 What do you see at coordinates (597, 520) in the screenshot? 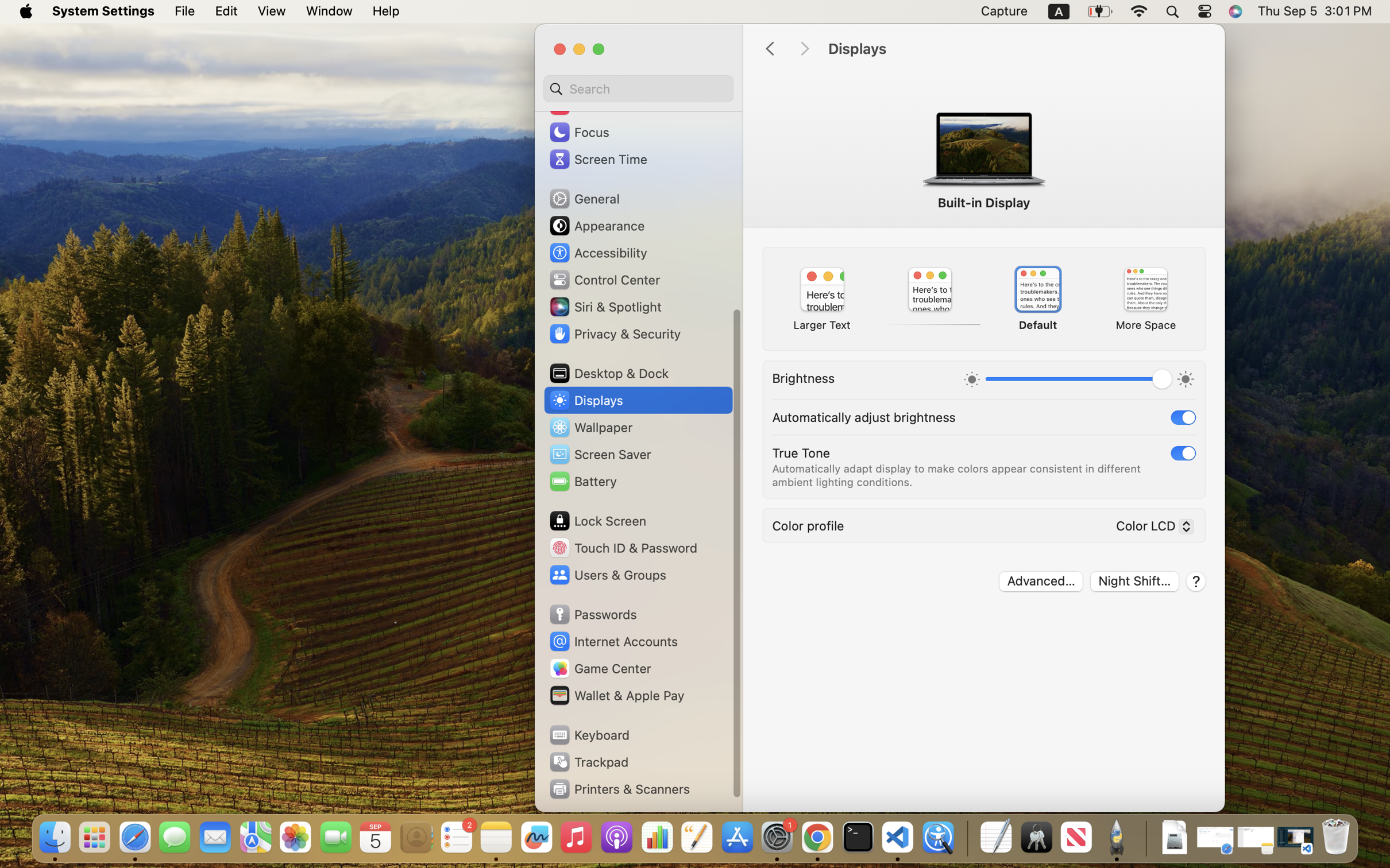
I see `'Lock Screen'` at bounding box center [597, 520].